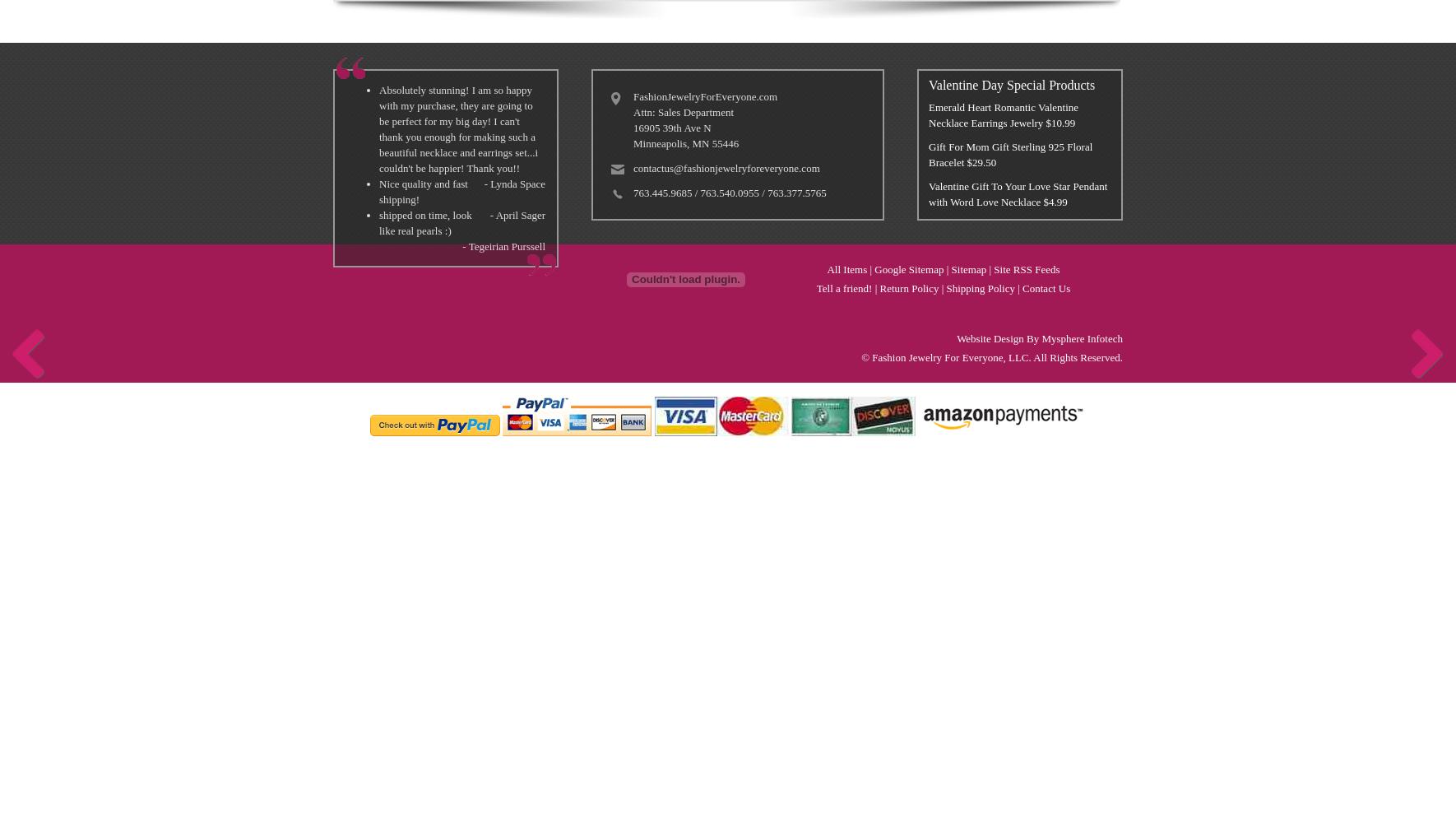  I want to click on 'Minneapolis, MN 55446', so click(686, 143).